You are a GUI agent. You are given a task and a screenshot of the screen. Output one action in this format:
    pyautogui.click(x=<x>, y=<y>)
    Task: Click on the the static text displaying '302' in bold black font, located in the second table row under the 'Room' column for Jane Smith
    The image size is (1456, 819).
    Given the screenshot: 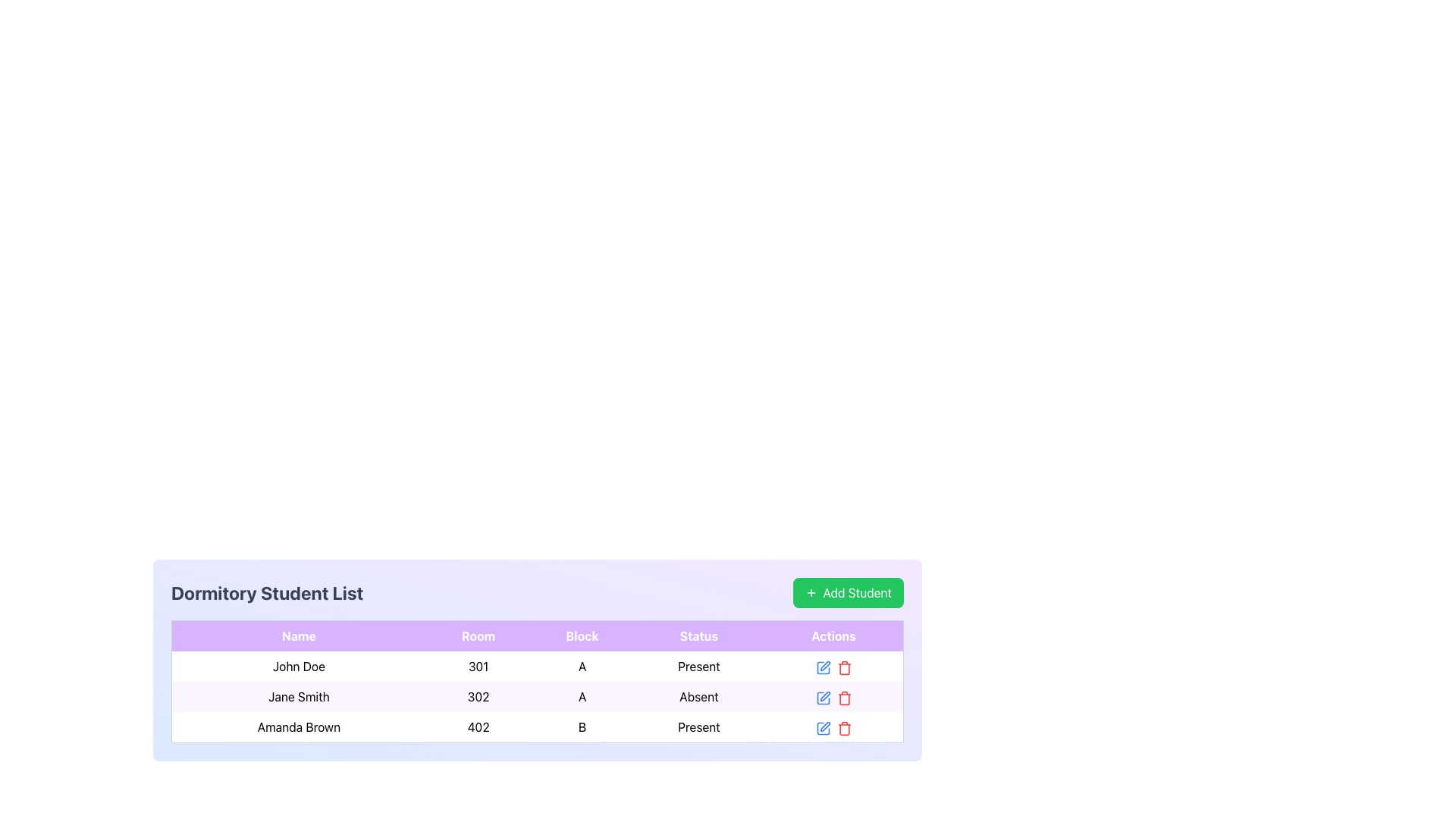 What is the action you would take?
    pyautogui.click(x=478, y=696)
    